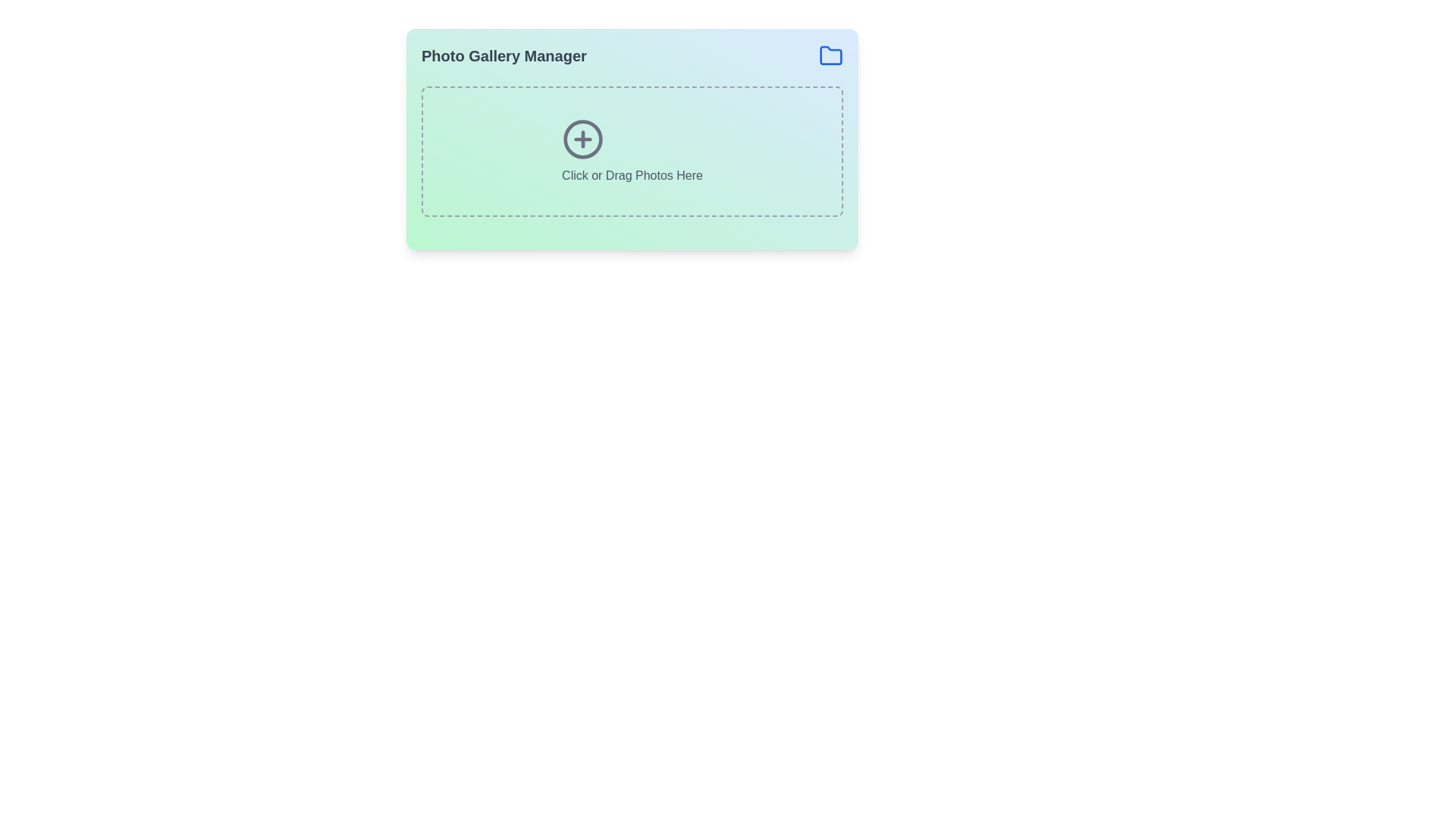 This screenshot has width=1456, height=819. What do you see at coordinates (632, 174) in the screenshot?
I see `the text label displaying 'Click or Drag Photos Here' which is styled with a gray font color in a light-colored rectangular area` at bounding box center [632, 174].